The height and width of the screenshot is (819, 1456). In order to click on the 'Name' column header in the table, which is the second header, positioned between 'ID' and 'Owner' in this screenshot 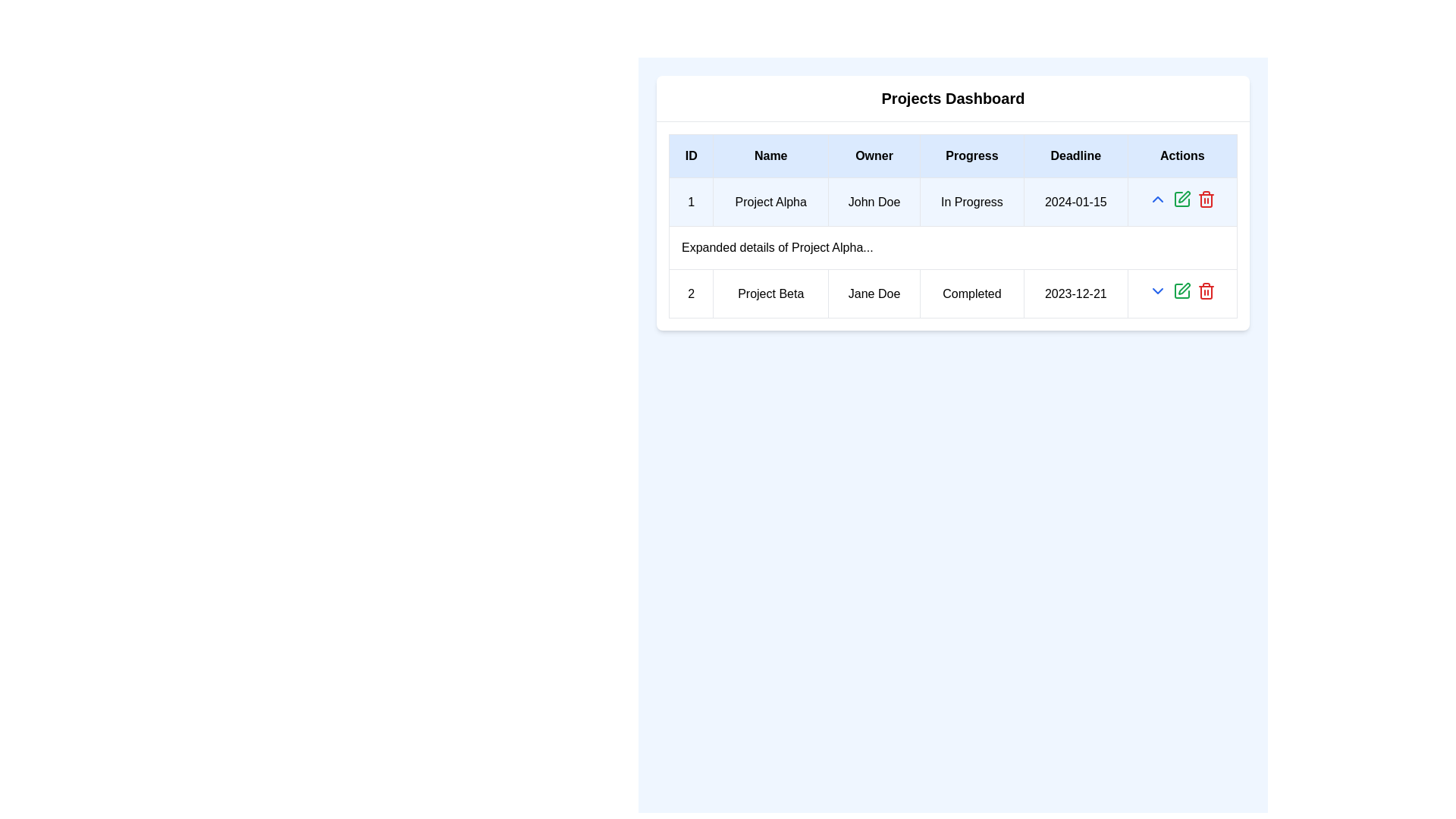, I will do `click(770, 155)`.